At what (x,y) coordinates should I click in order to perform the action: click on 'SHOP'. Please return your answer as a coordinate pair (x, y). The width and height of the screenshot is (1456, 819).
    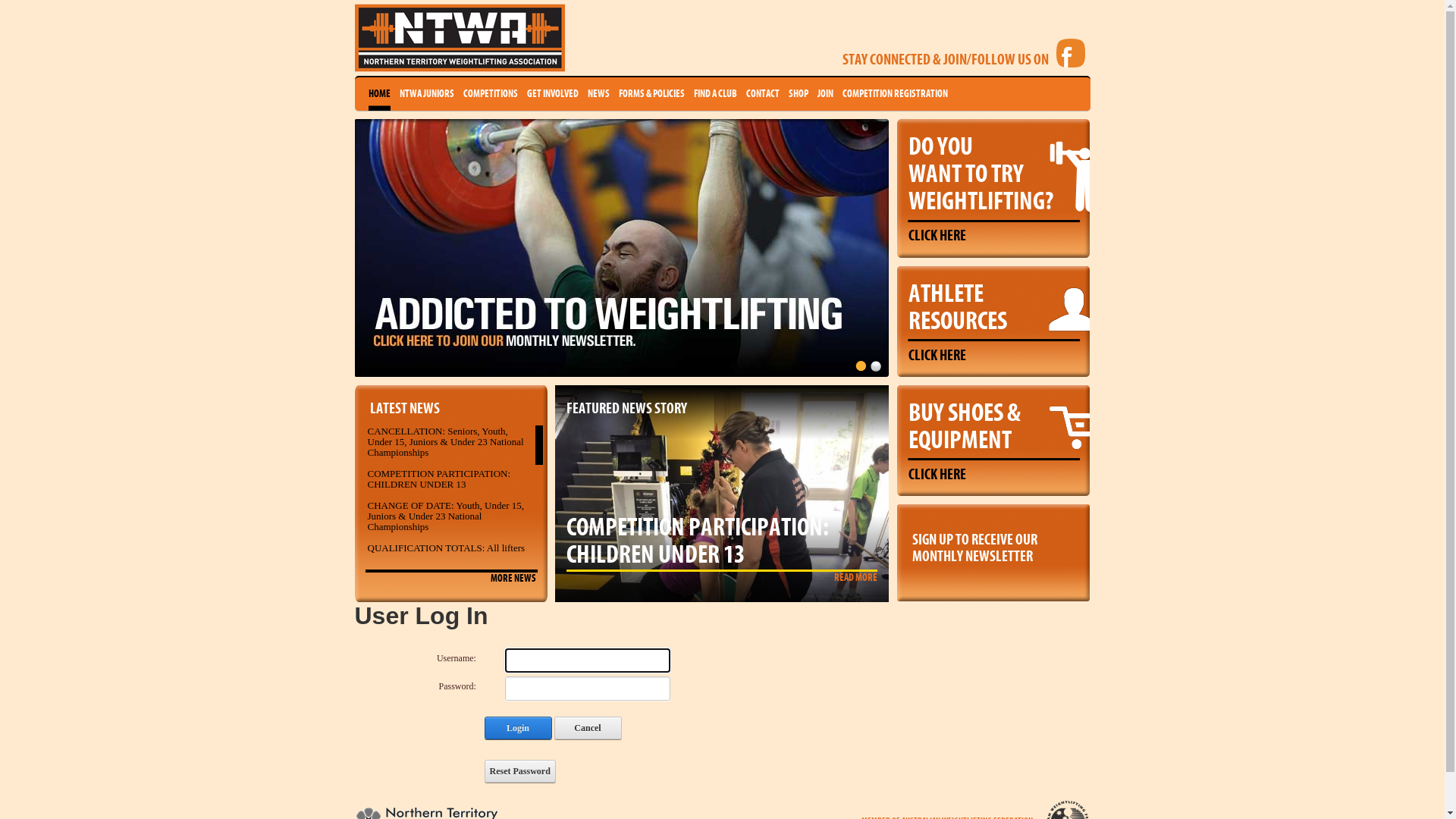
    Looking at the image, I should click on (789, 93).